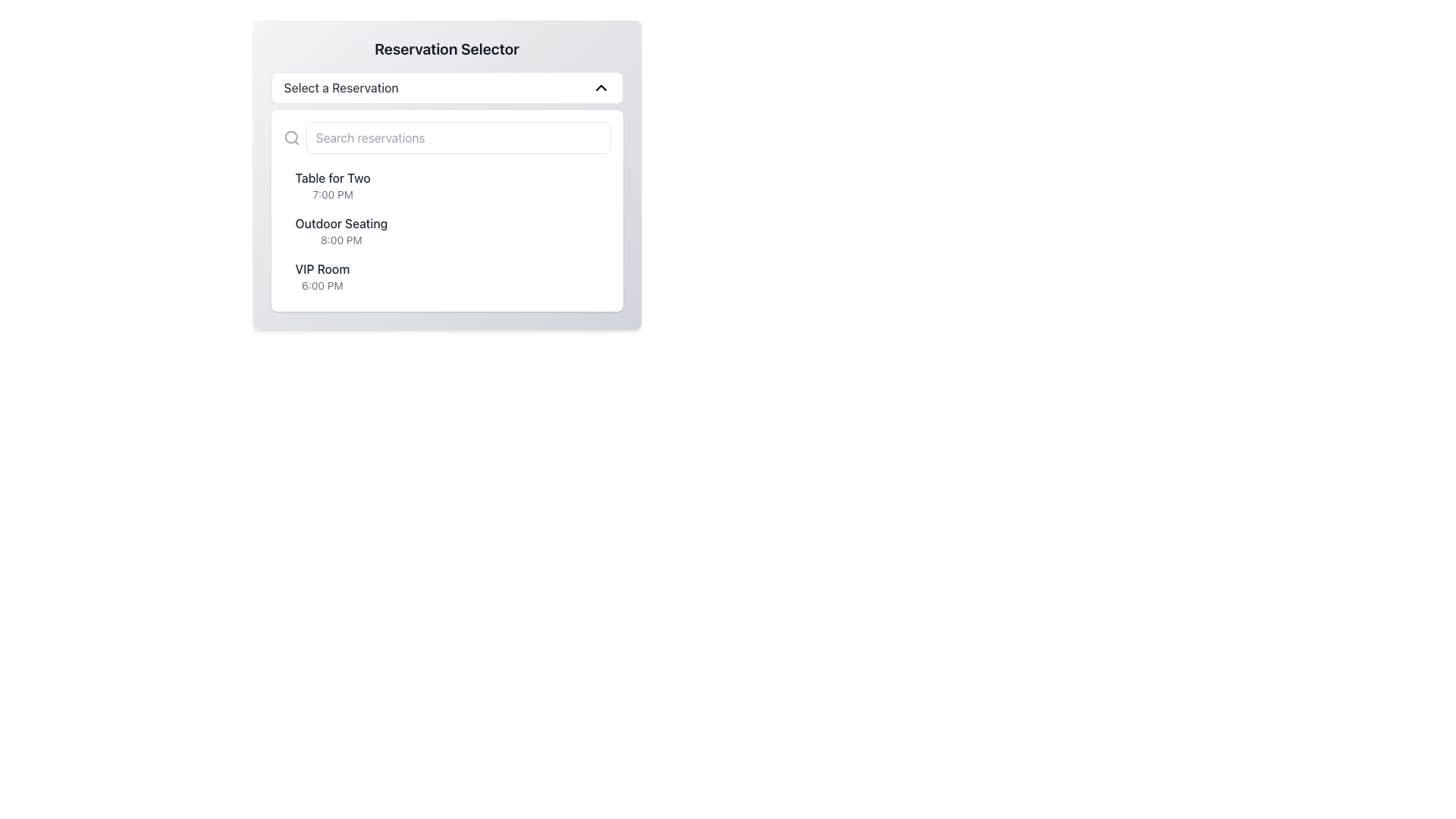 The image size is (1456, 819). I want to click on the list item indicating the 'VIP Room' reservation at 6:00 PM, so click(446, 277).